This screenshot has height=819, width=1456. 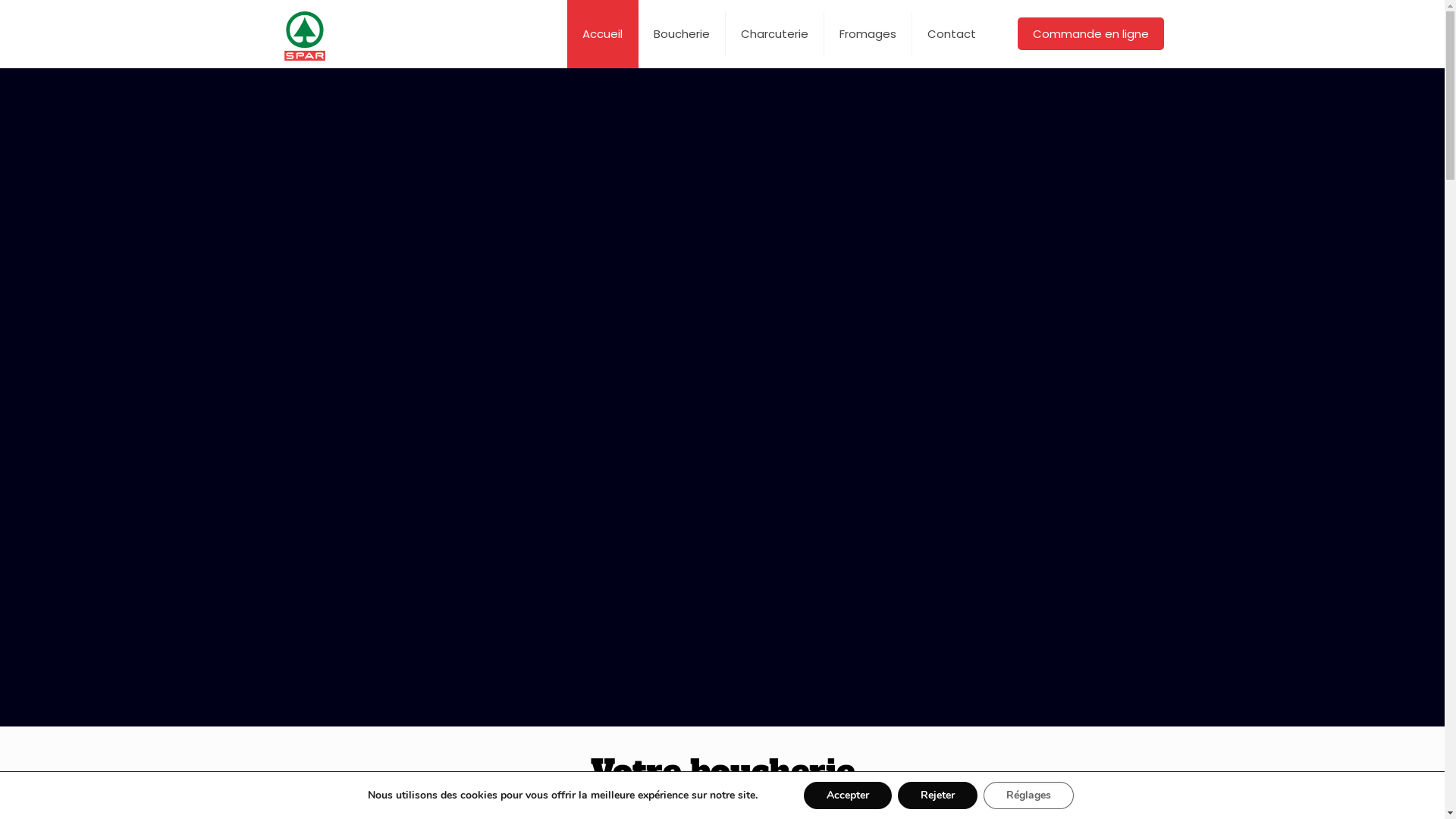 What do you see at coordinates (775, 34) in the screenshot?
I see `'Charcuterie'` at bounding box center [775, 34].